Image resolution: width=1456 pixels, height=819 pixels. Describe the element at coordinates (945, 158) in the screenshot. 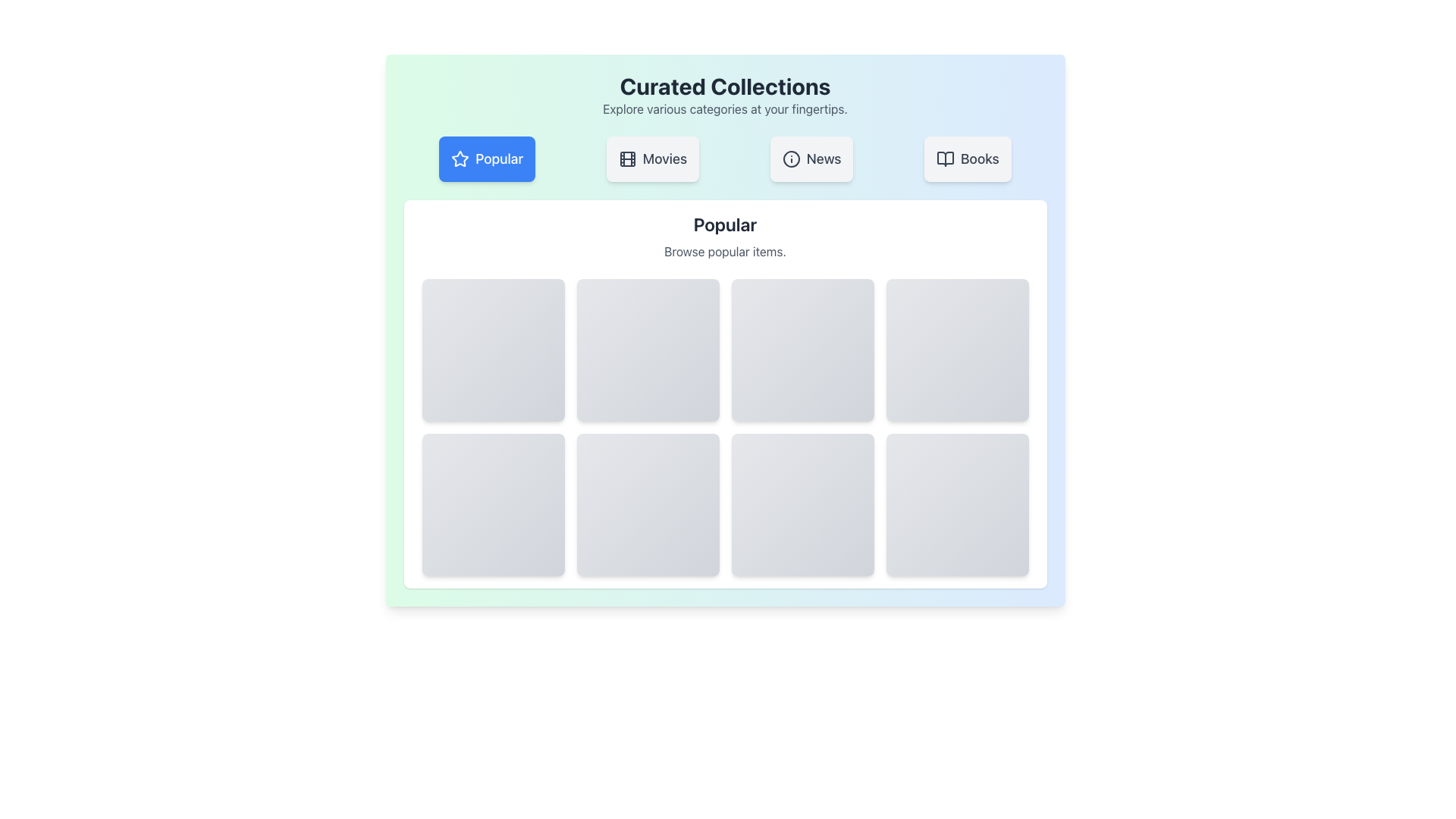

I see `the 'Books' category icon located at the top-right corner of the header section` at that location.